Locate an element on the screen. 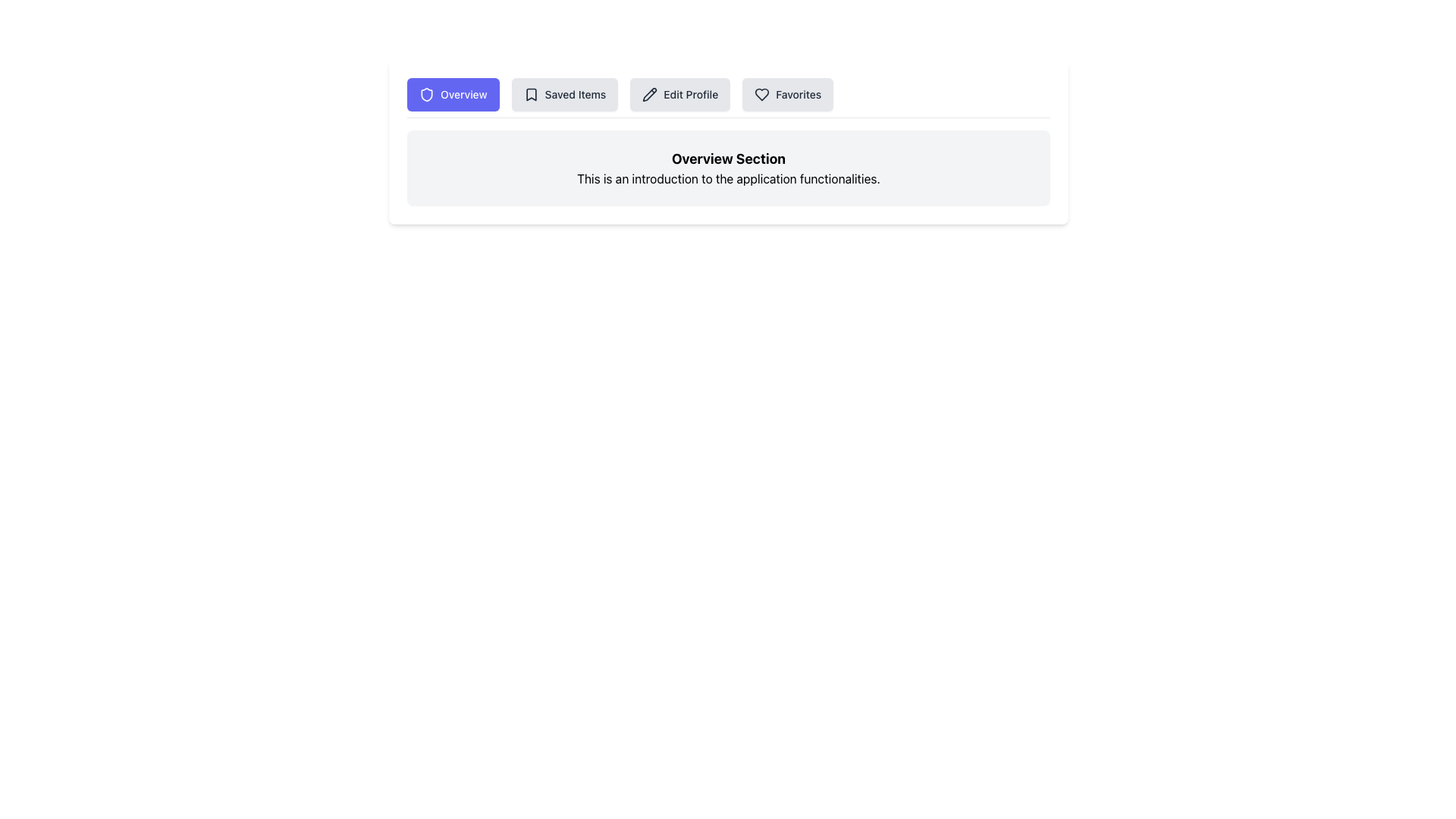 This screenshot has height=819, width=1456. the bookmark icon located within the 'Saved Items' button in the navigation bar at the top of the page is located at coordinates (531, 94).